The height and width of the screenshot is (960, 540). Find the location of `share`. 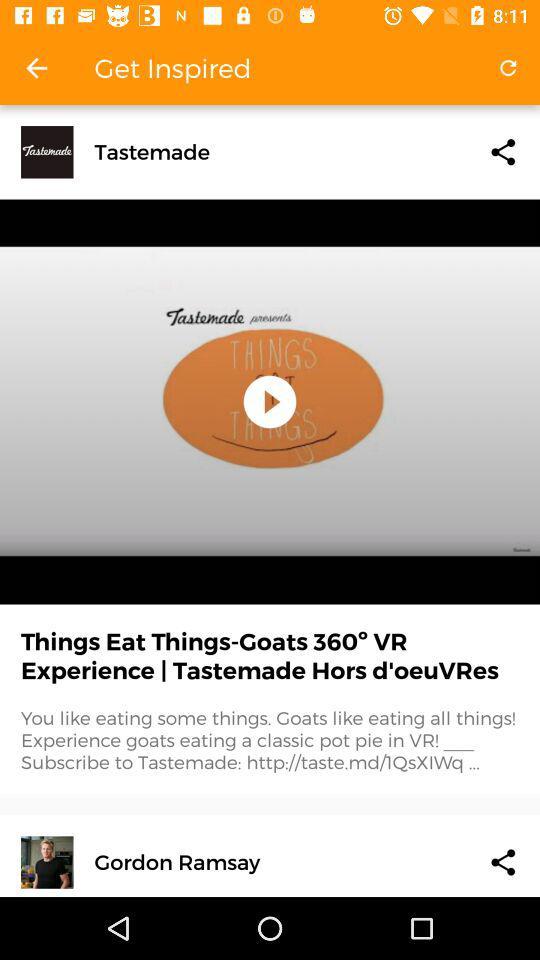

share is located at coordinates (502, 151).